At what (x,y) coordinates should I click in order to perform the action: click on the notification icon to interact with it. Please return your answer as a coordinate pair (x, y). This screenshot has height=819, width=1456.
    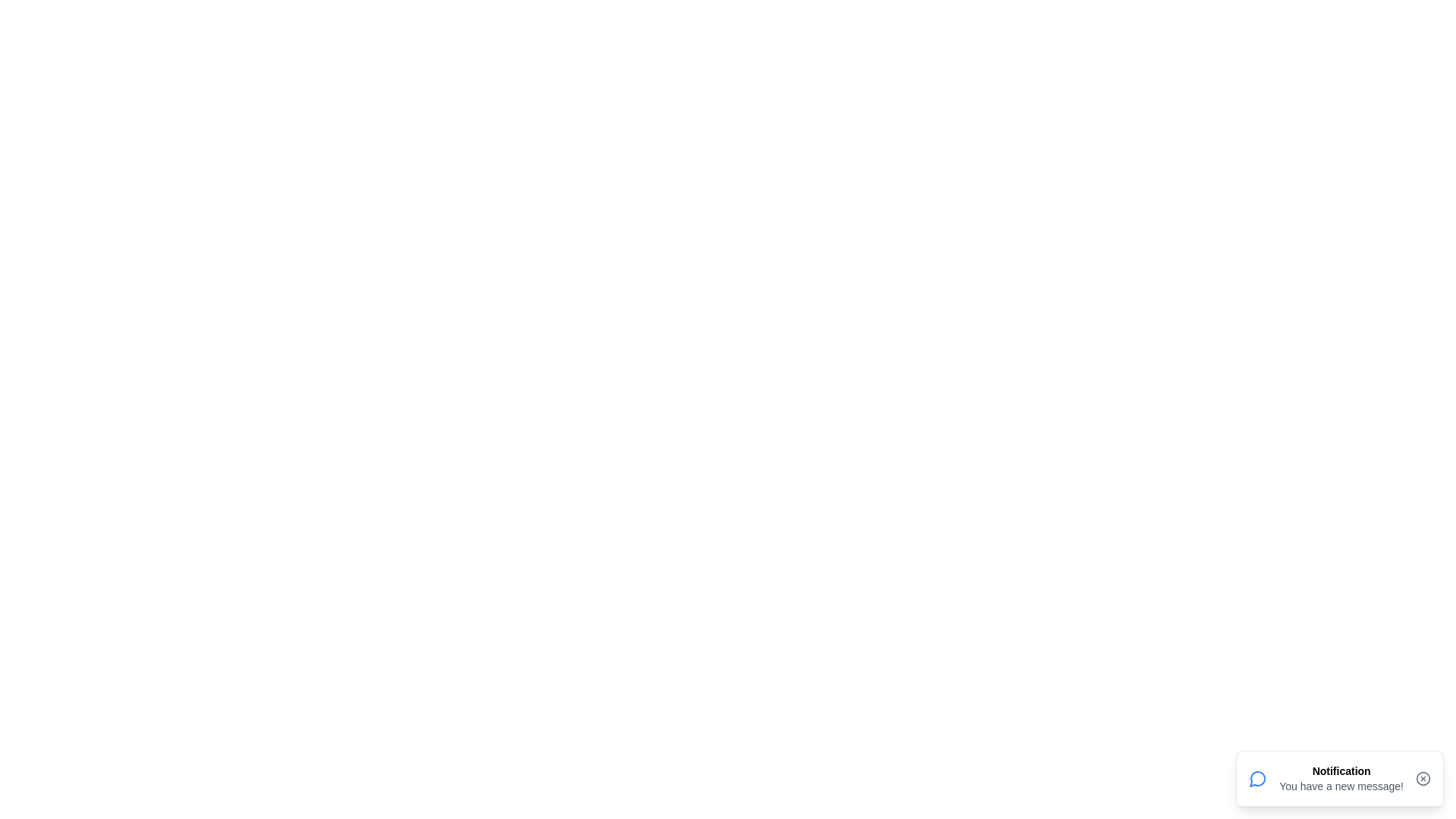
    Looking at the image, I should click on (1258, 778).